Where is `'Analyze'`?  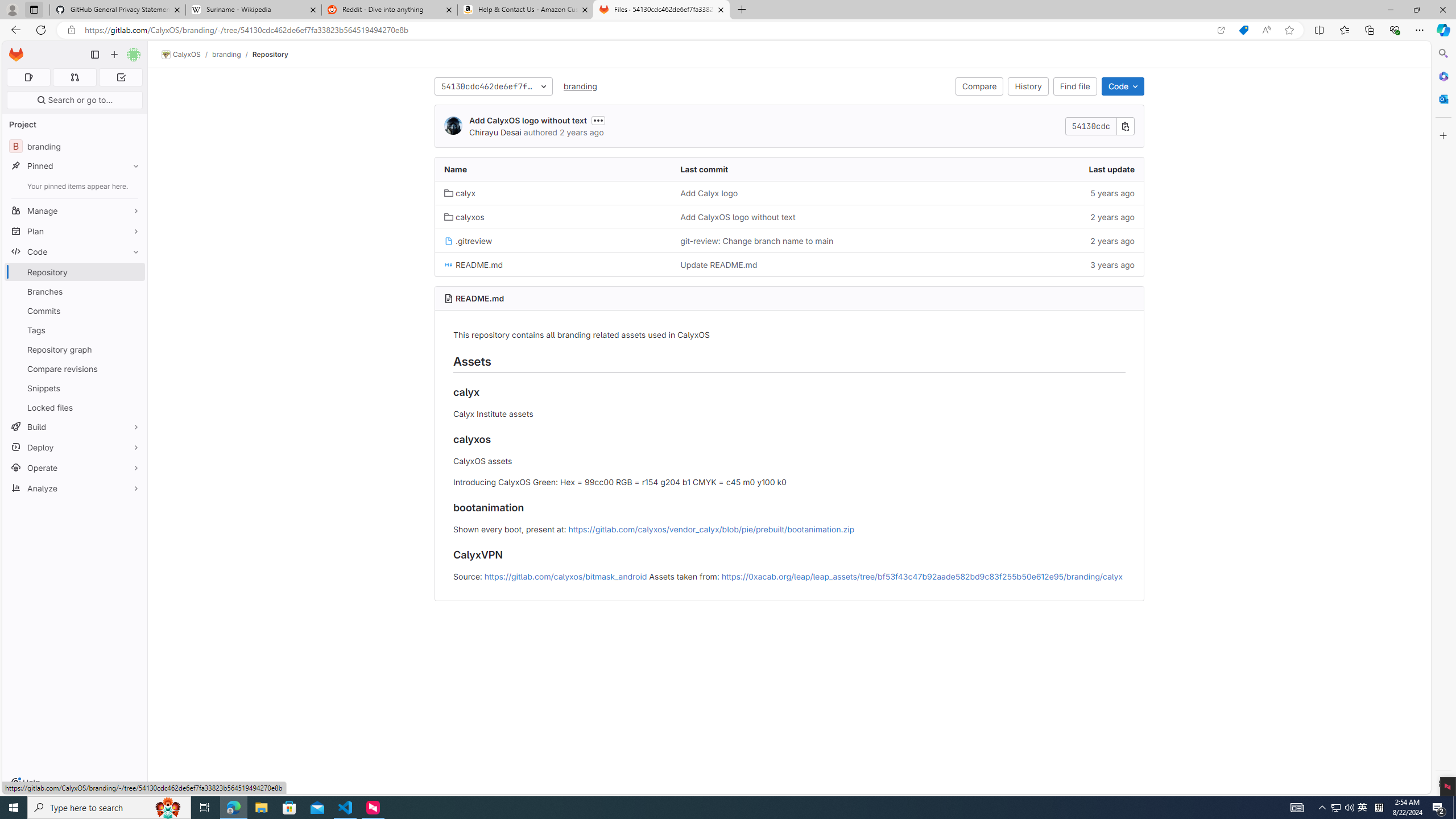 'Analyze' is located at coordinates (74, 487).